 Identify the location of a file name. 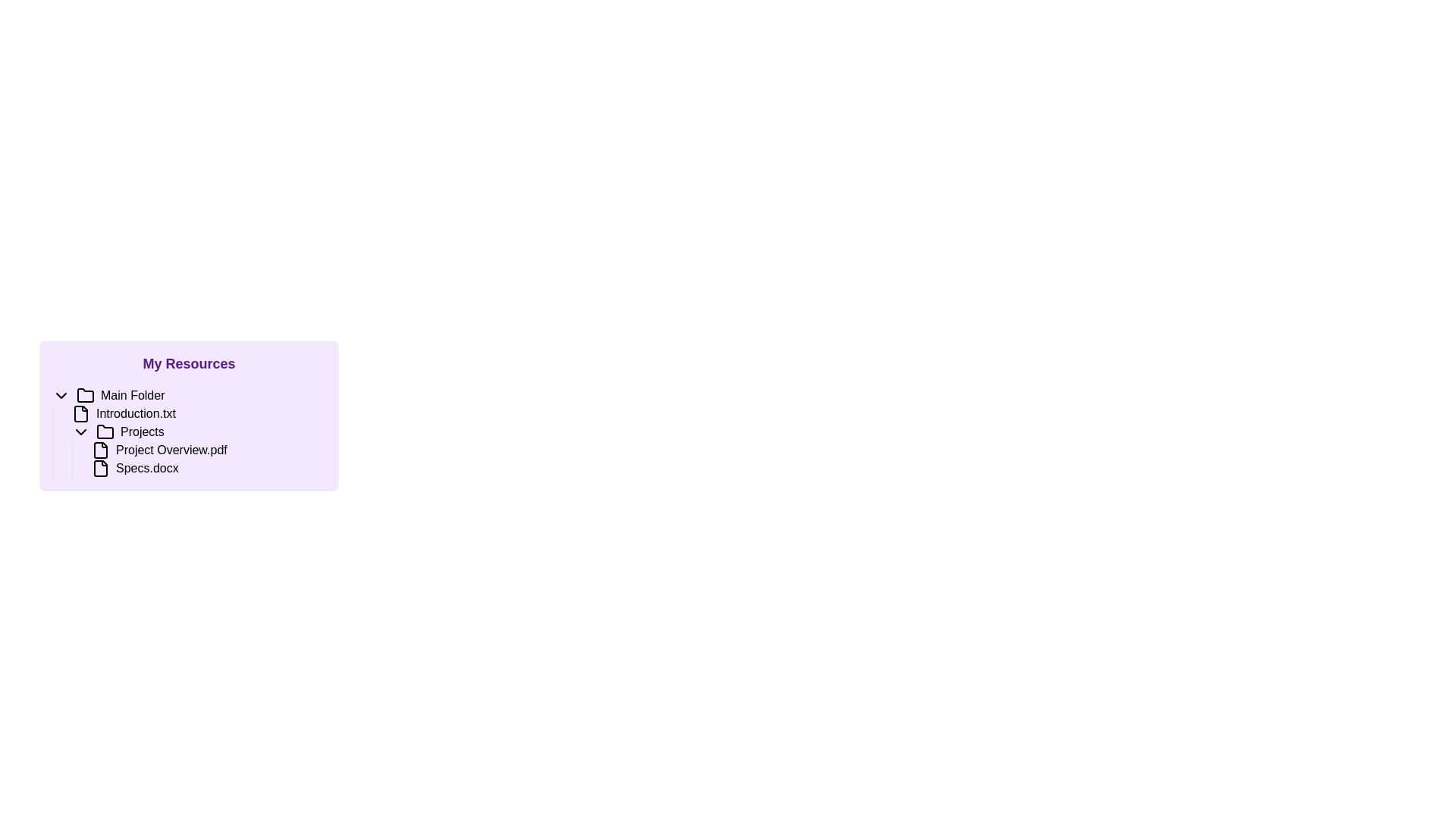
(198, 450).